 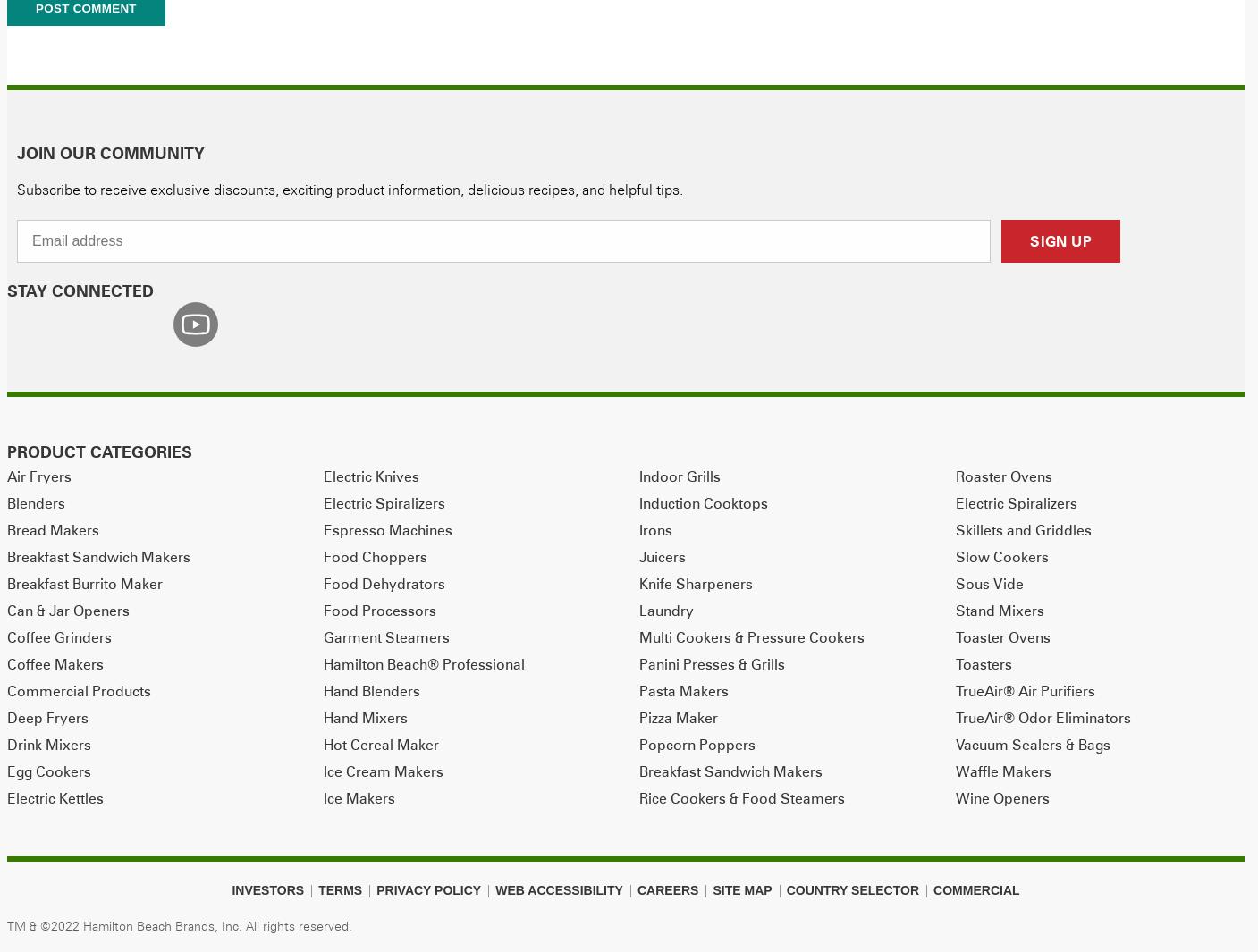 I want to click on 'Skillets and Griddles', so click(x=1023, y=528).